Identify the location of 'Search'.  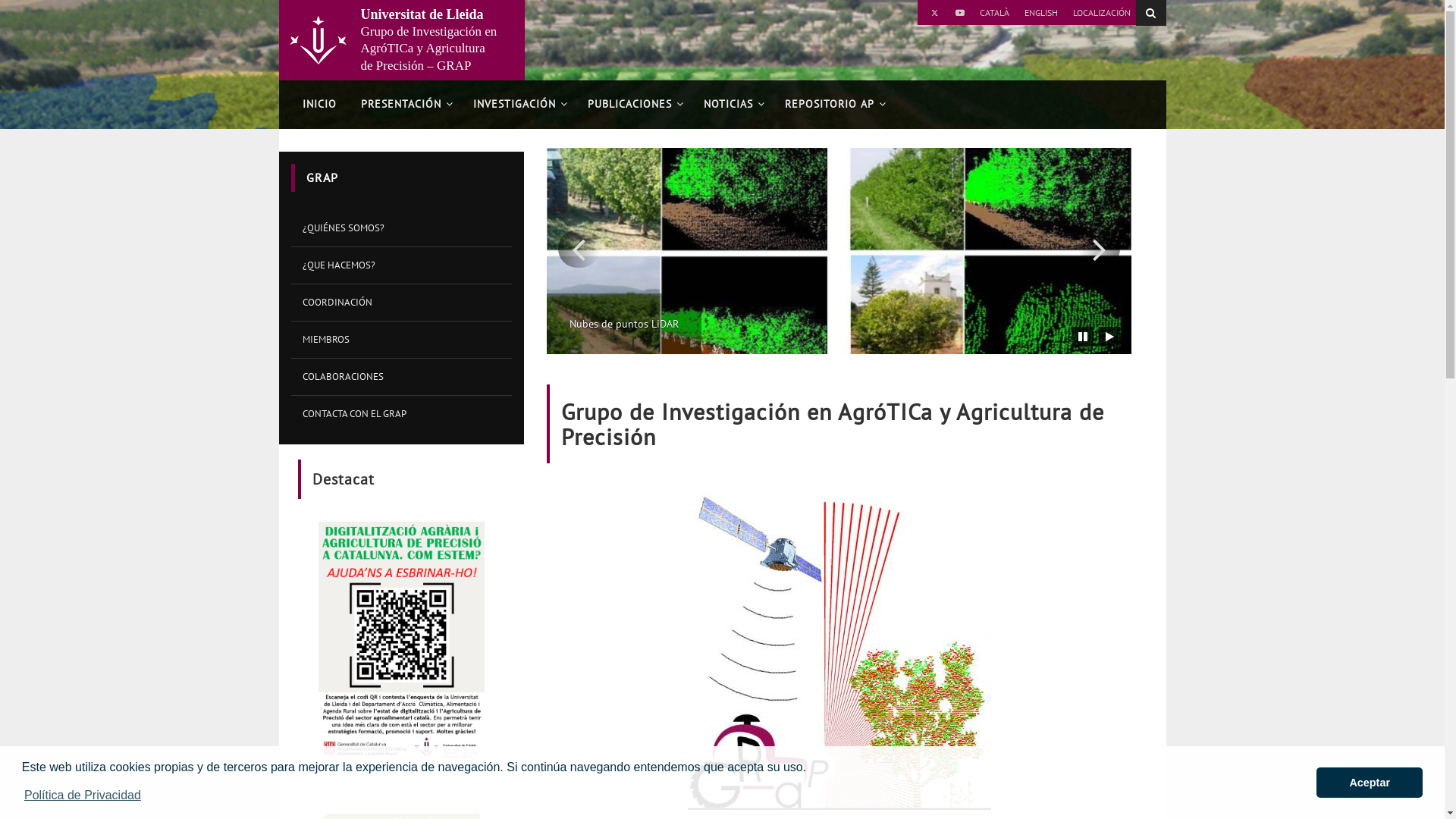
(1150, 12).